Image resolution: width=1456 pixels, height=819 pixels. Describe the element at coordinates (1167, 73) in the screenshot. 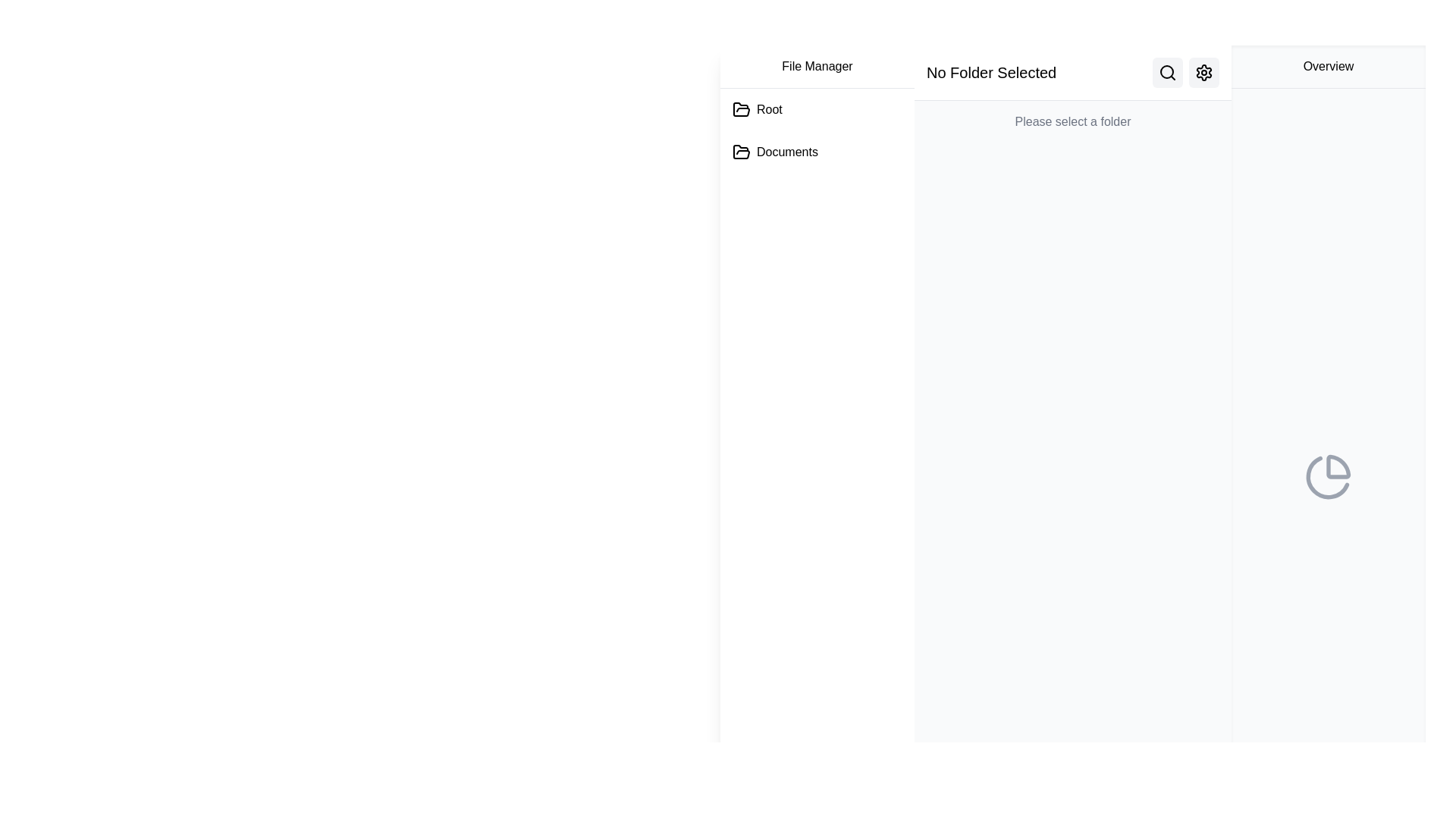

I see `the magnifying glass icon button in the top-right section of the user interface` at that location.